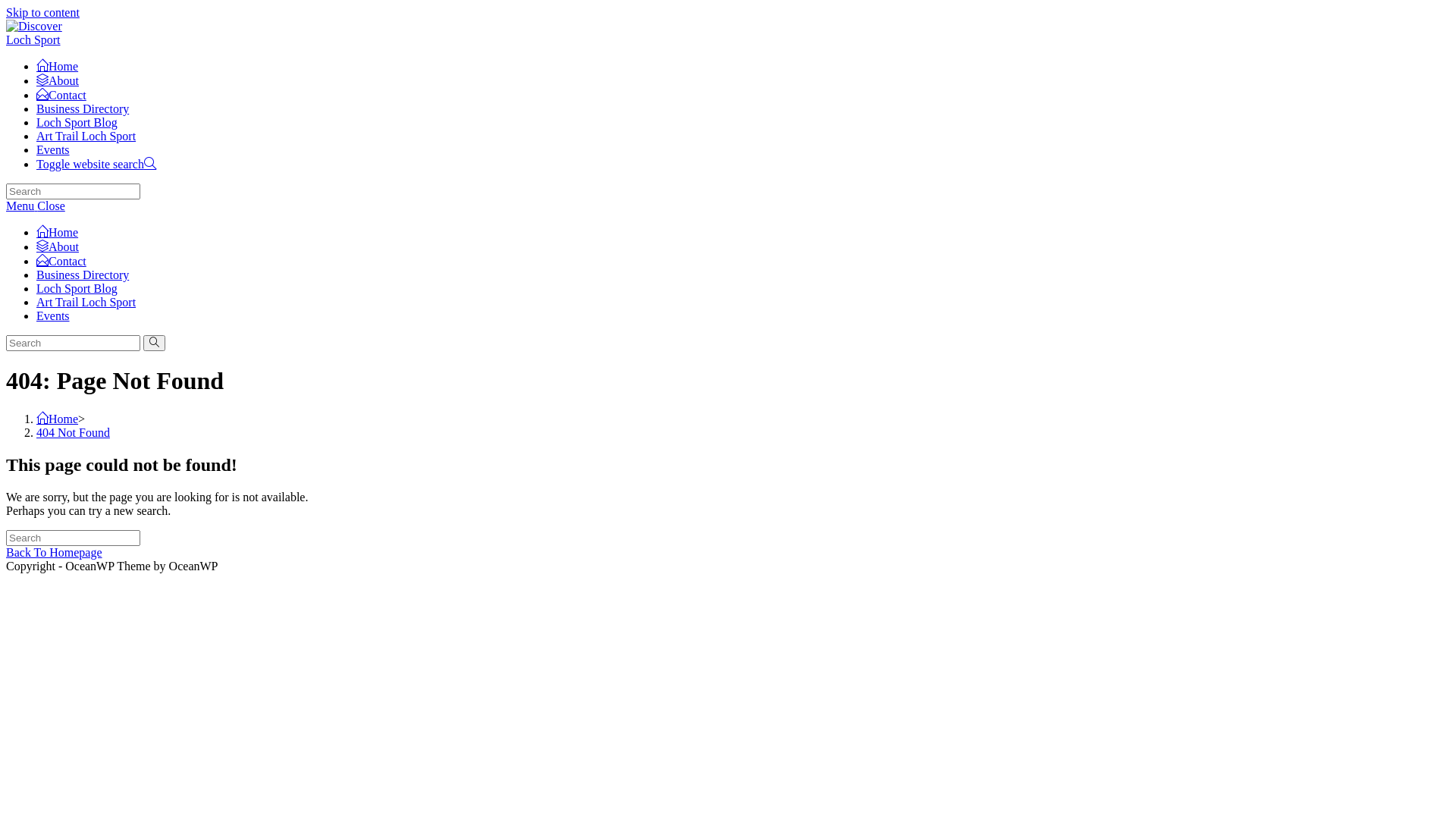  I want to click on 'Toggle website search', so click(95, 164).